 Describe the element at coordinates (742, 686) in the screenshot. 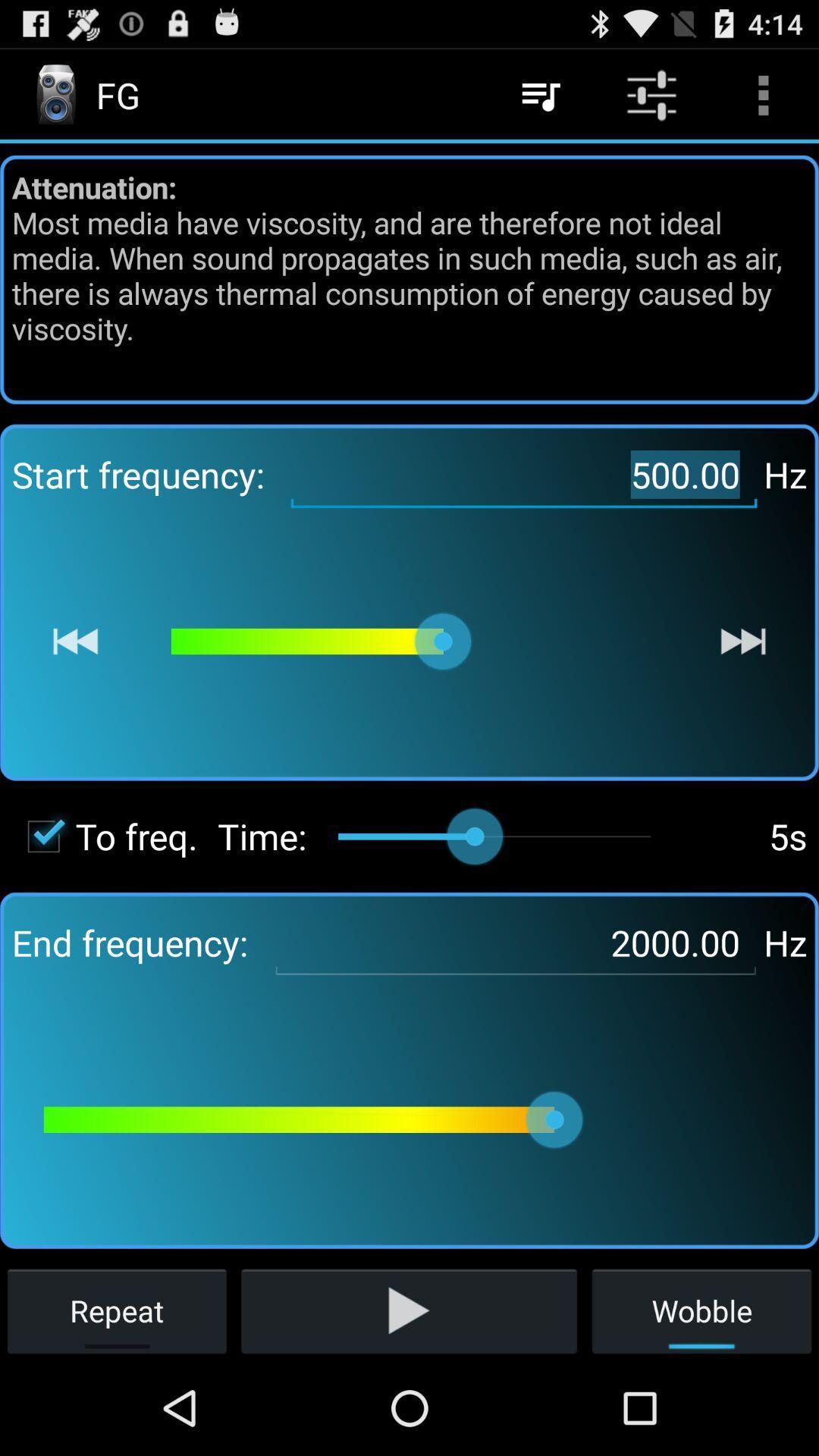

I see `the skip_next icon` at that location.